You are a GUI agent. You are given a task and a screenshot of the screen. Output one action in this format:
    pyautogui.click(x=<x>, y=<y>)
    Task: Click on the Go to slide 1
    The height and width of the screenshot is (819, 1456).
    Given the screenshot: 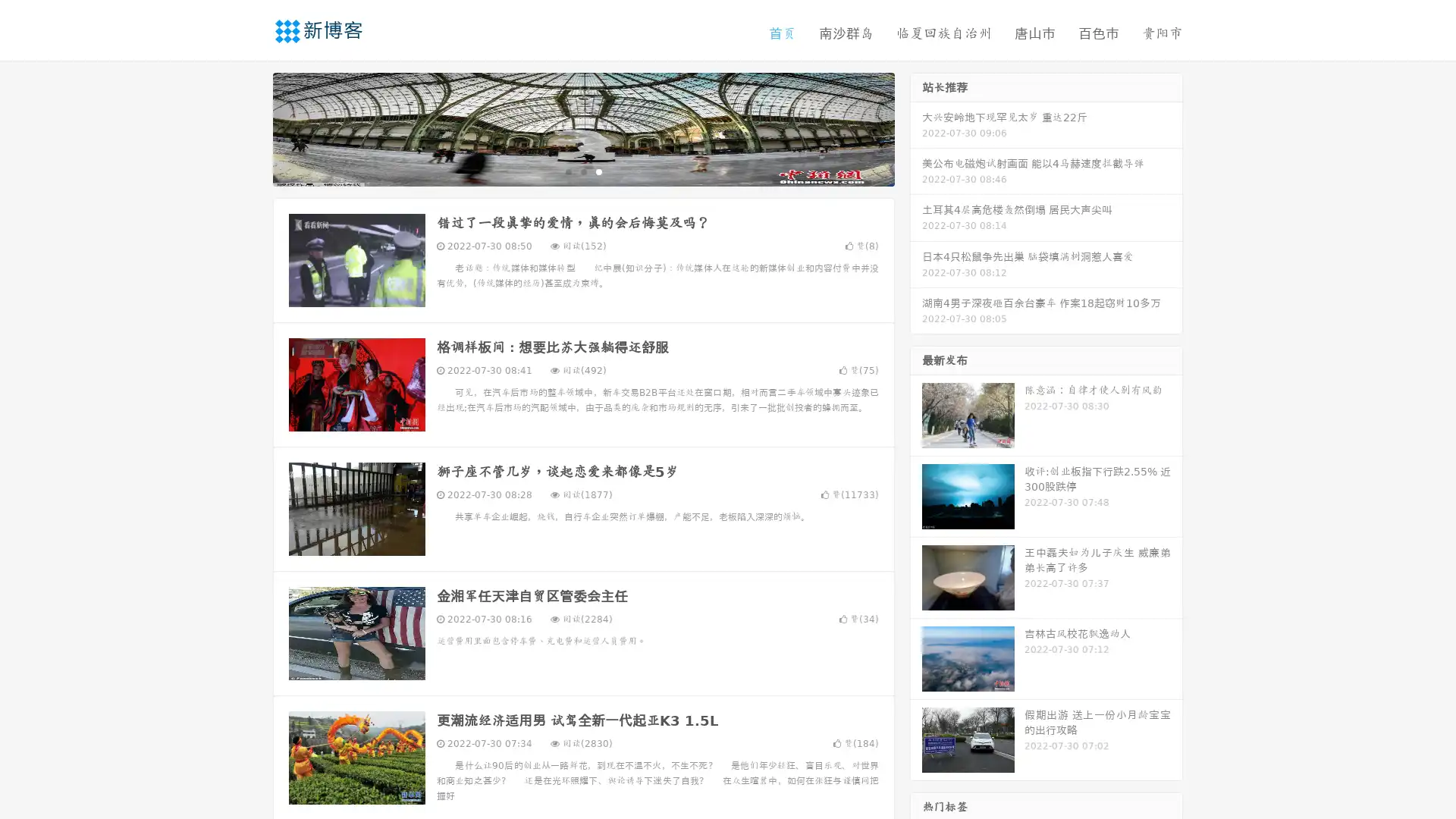 What is the action you would take?
    pyautogui.click(x=567, y=171)
    